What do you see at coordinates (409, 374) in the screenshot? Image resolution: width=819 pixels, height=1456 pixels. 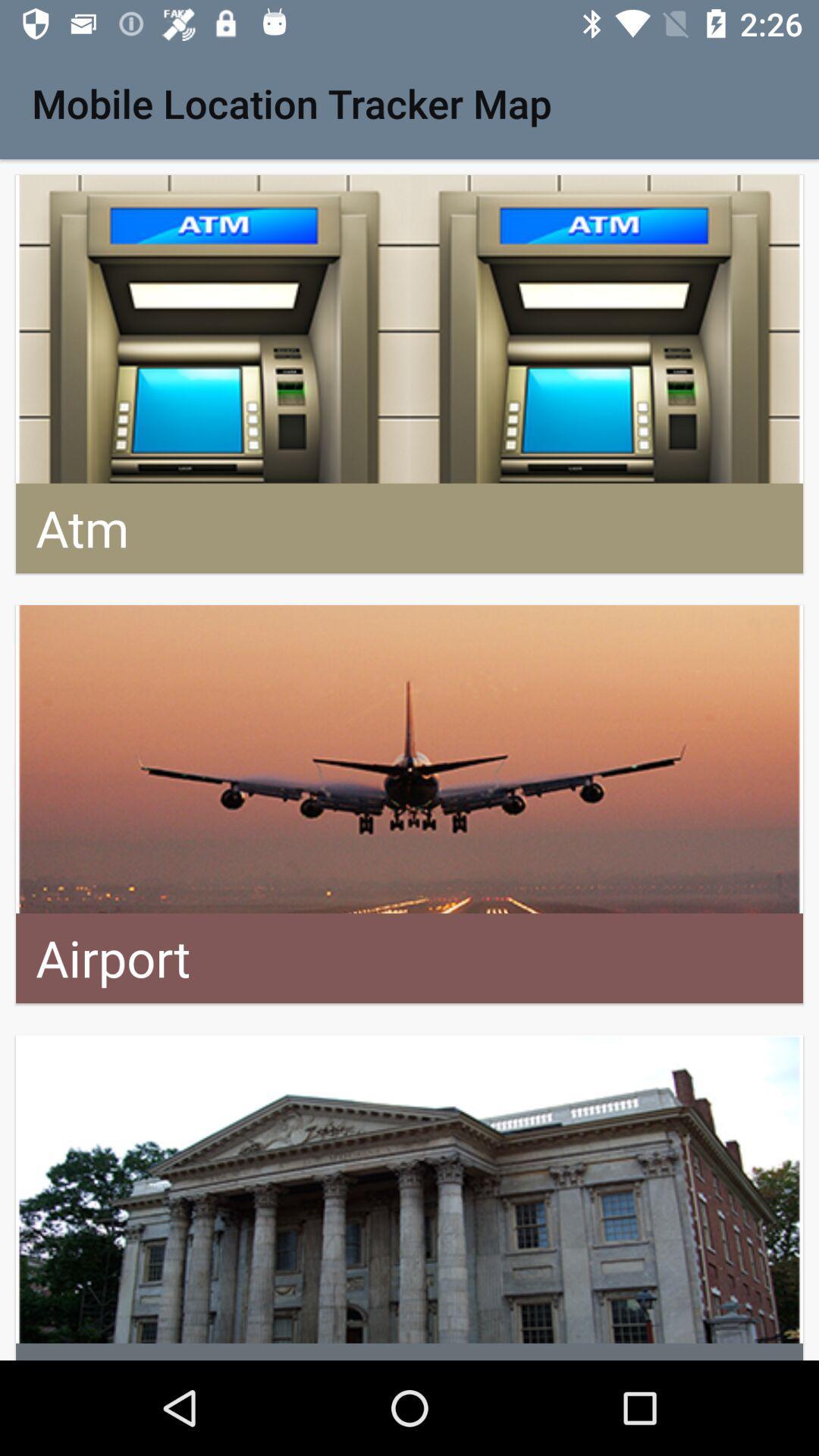 I see `find atms` at bounding box center [409, 374].